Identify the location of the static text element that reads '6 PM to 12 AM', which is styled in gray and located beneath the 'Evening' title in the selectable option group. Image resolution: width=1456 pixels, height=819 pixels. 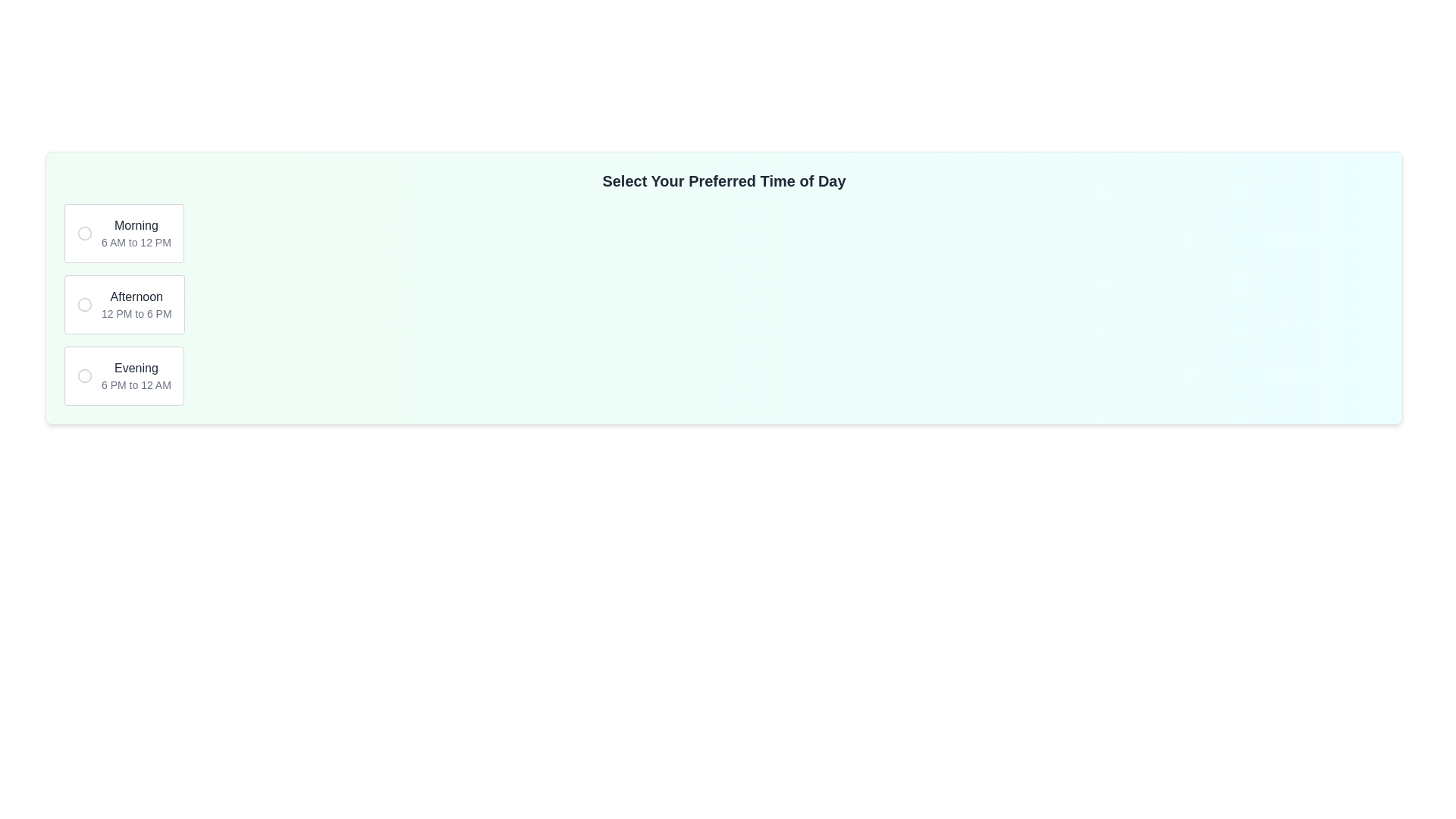
(136, 384).